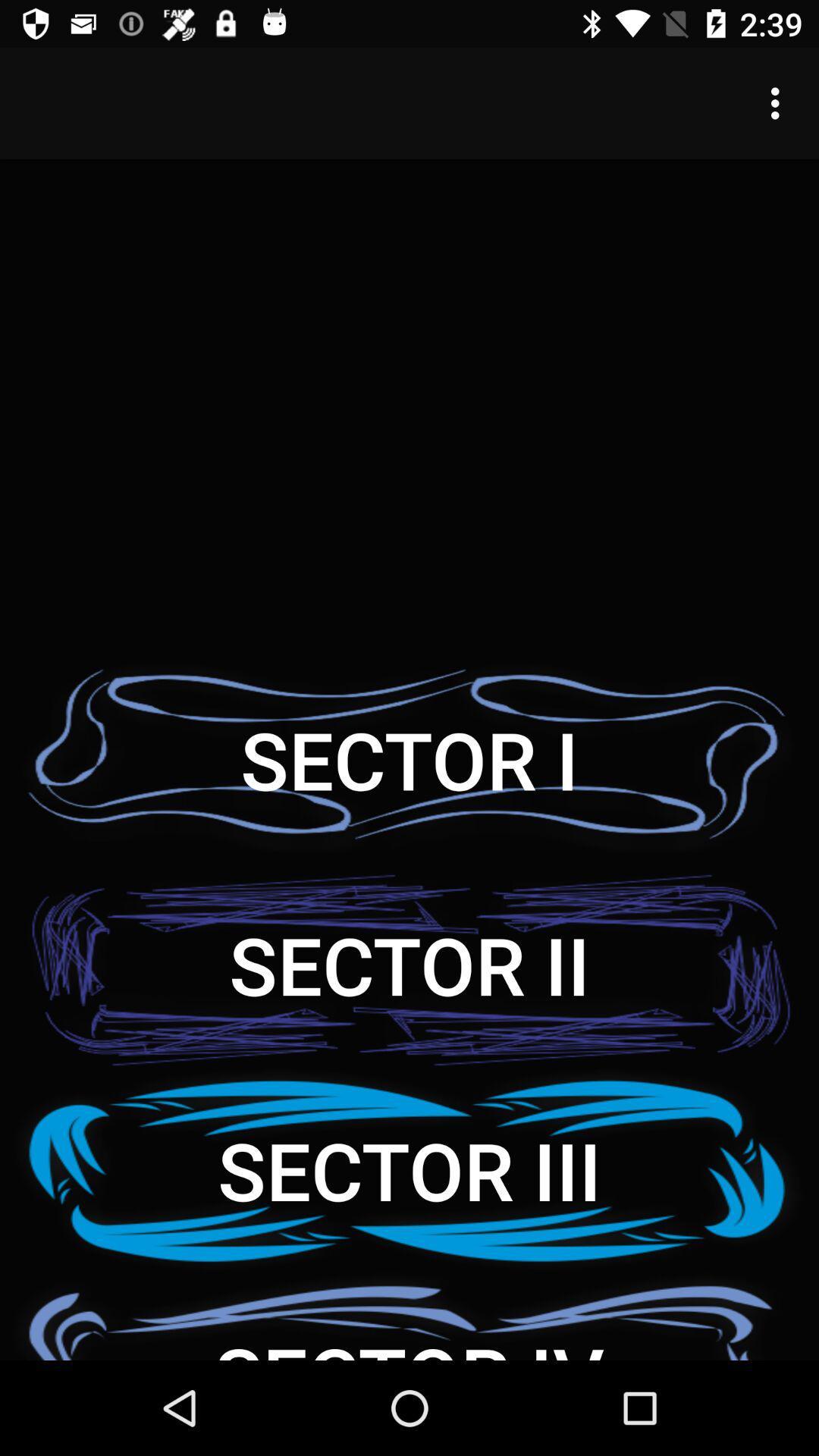 The height and width of the screenshot is (1456, 819). I want to click on icon above the sector iv icon, so click(409, 1169).